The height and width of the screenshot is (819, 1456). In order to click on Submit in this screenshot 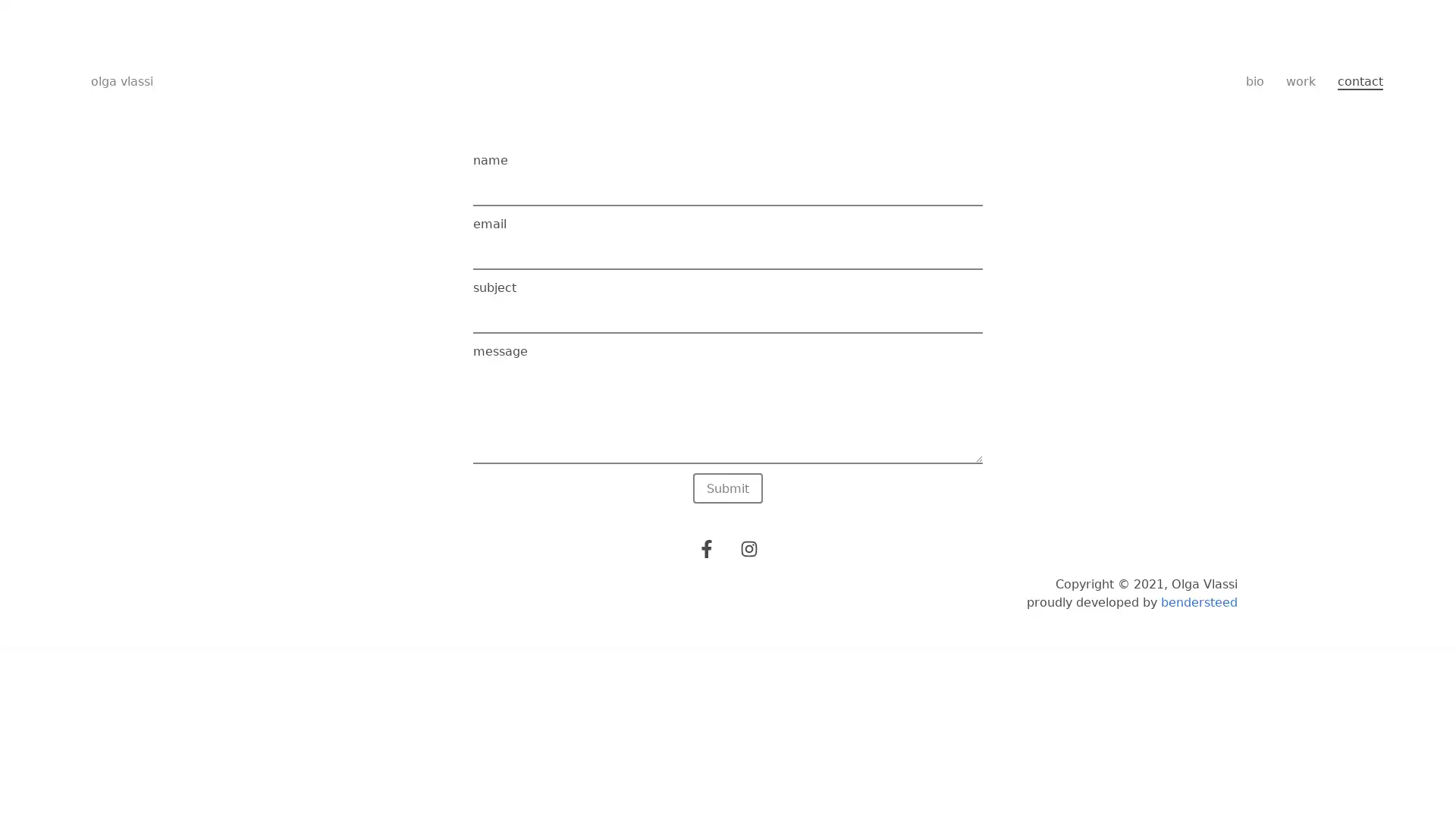, I will do `click(728, 488)`.